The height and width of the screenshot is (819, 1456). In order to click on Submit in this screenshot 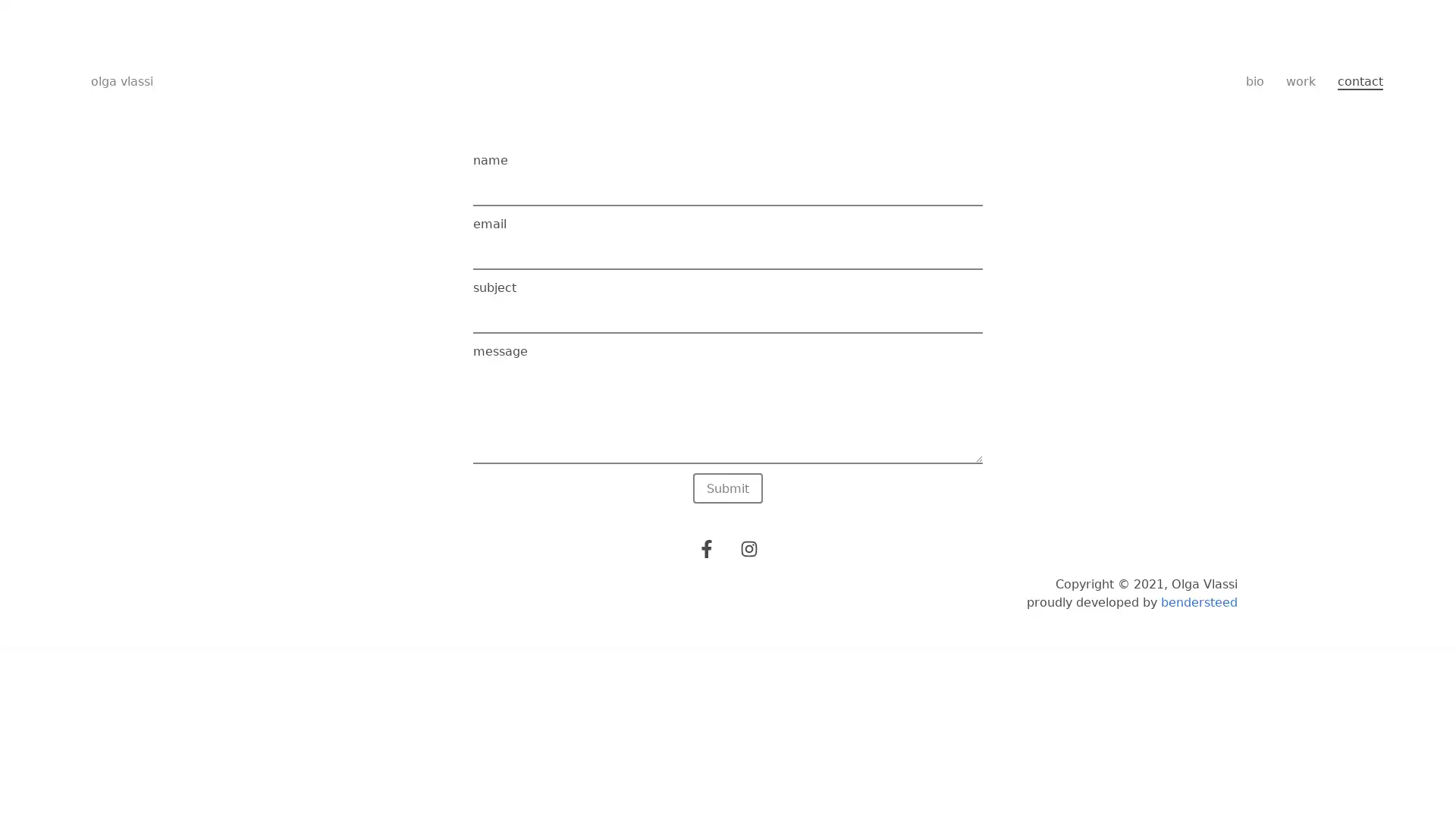, I will do `click(728, 488)`.